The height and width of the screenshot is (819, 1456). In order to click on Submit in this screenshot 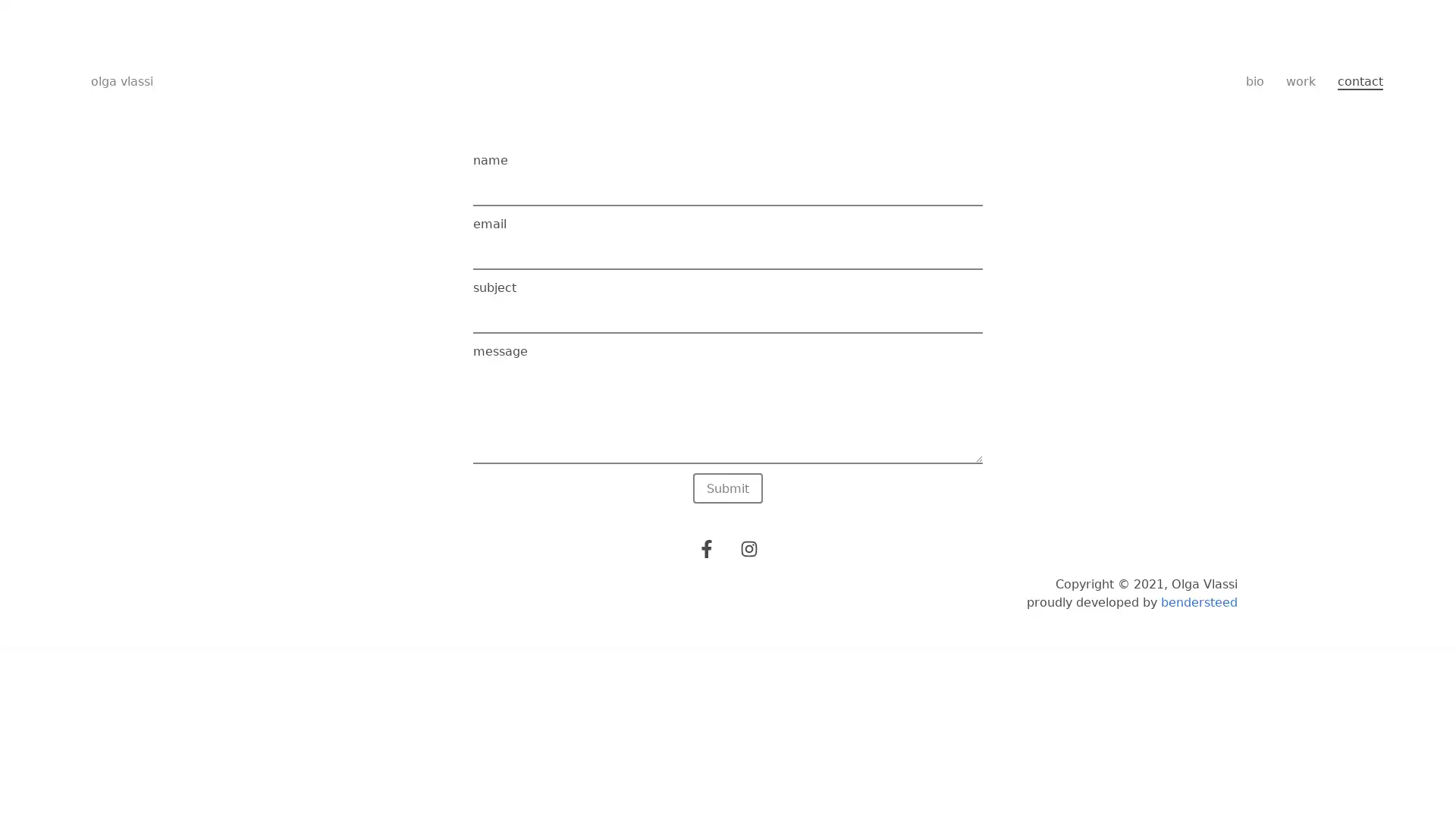, I will do `click(728, 488)`.